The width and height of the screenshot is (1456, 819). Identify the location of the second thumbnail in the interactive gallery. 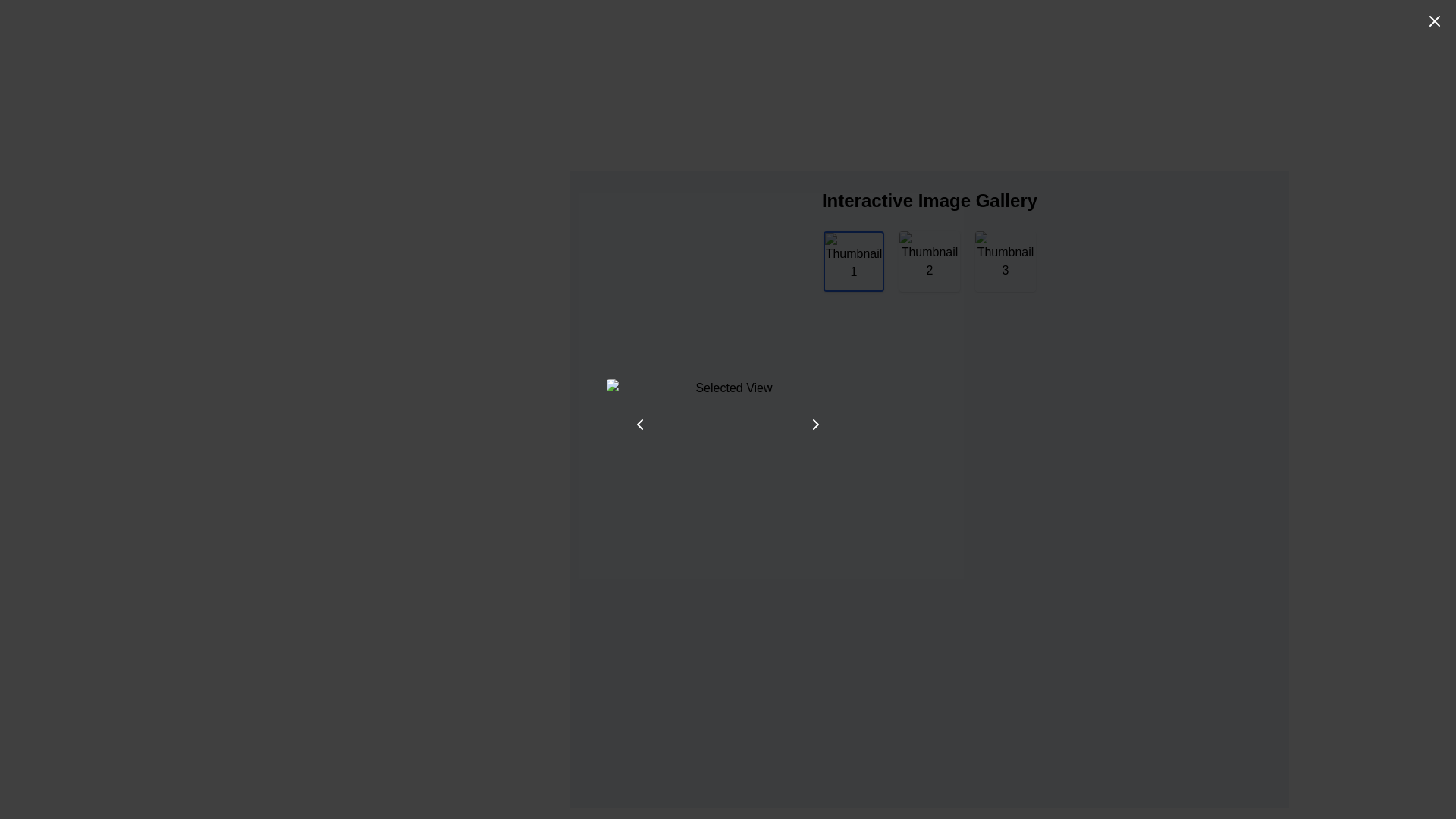
(928, 260).